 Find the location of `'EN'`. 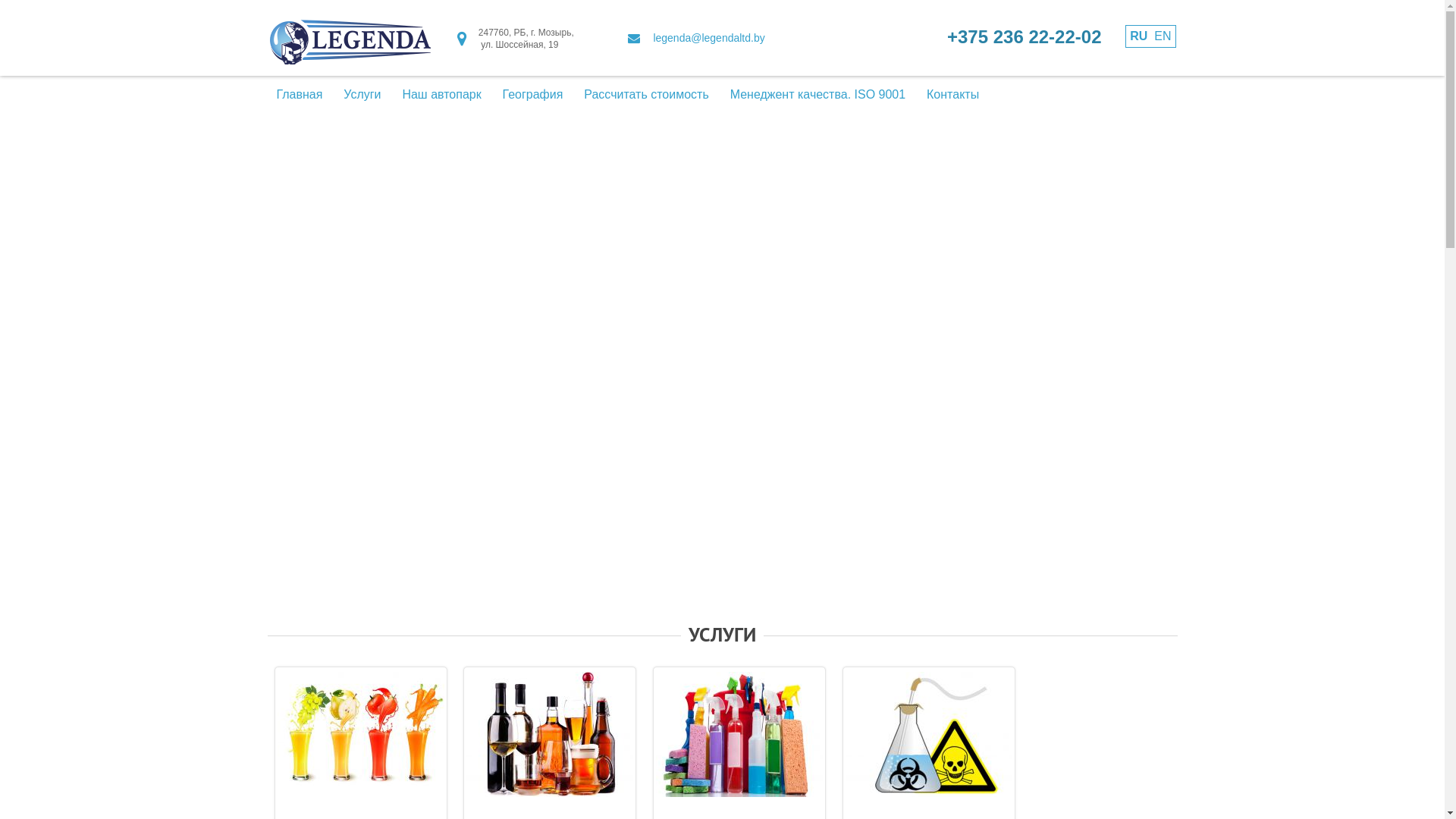

'EN' is located at coordinates (1153, 35).